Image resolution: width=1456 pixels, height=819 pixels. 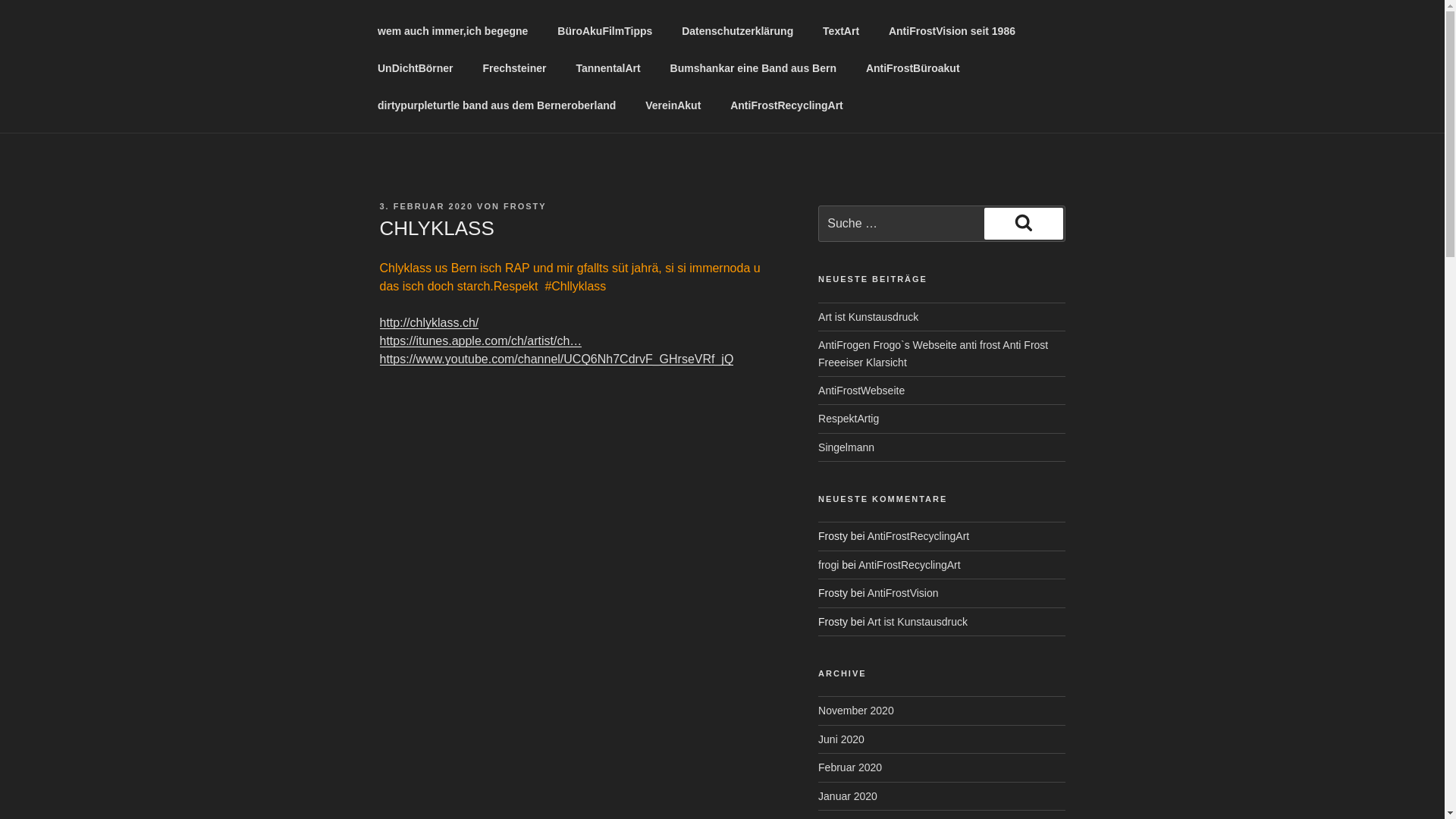 What do you see at coordinates (827, 564) in the screenshot?
I see `'frogi'` at bounding box center [827, 564].